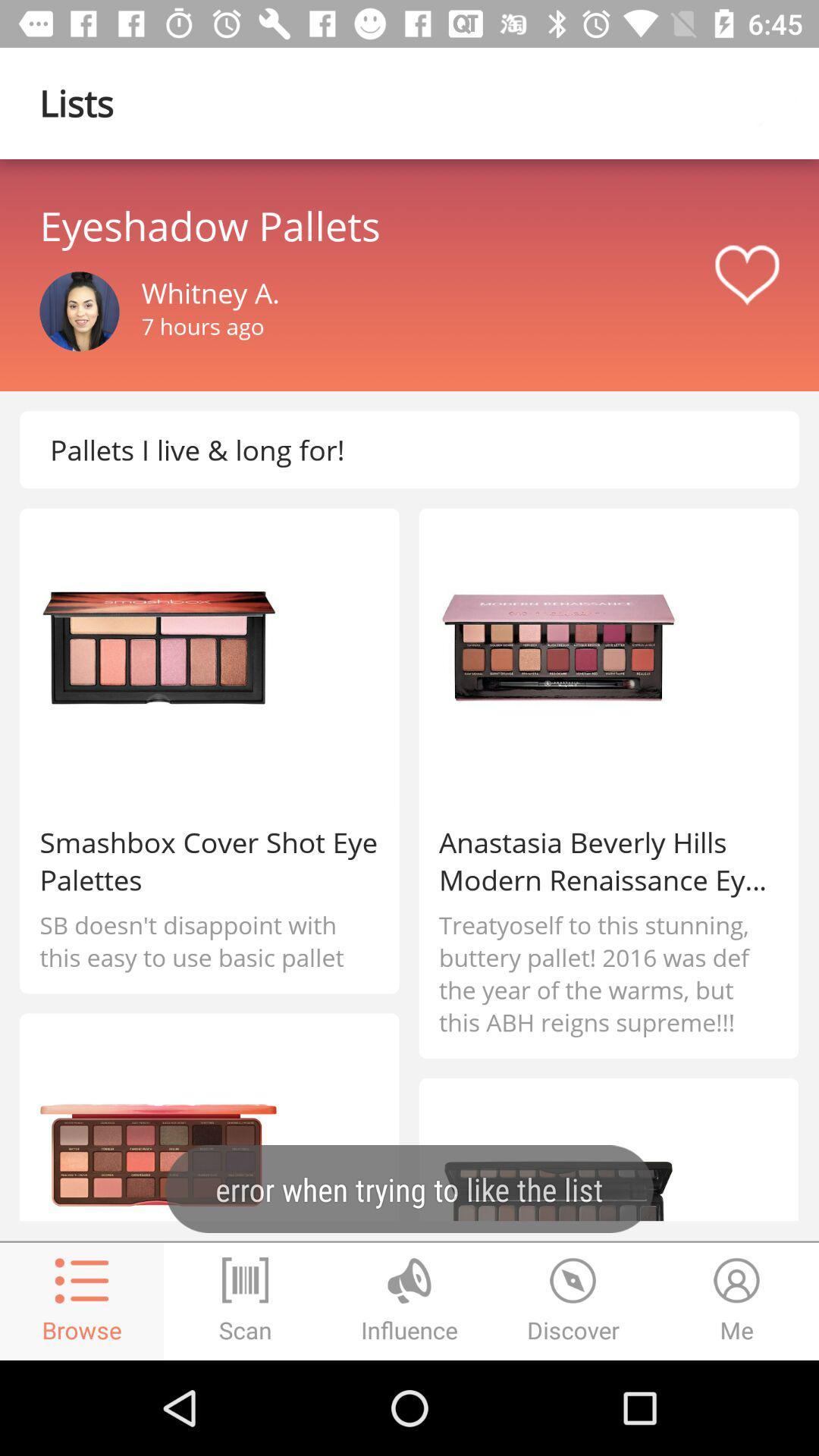  What do you see at coordinates (746, 275) in the screenshot?
I see `like button` at bounding box center [746, 275].